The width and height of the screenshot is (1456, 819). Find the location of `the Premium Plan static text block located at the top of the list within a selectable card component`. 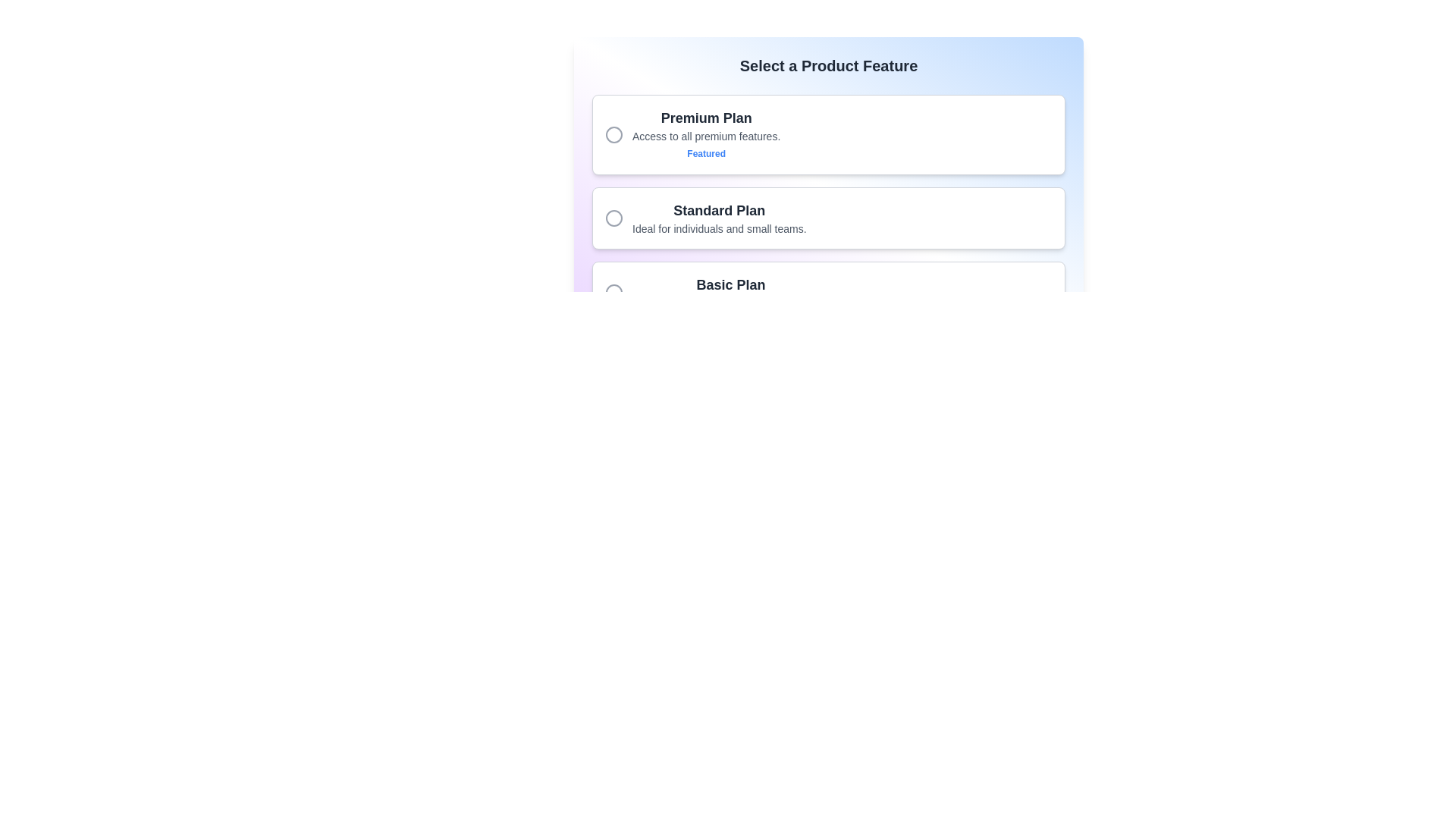

the Premium Plan static text block located at the top of the list within a selectable card component is located at coordinates (705, 133).